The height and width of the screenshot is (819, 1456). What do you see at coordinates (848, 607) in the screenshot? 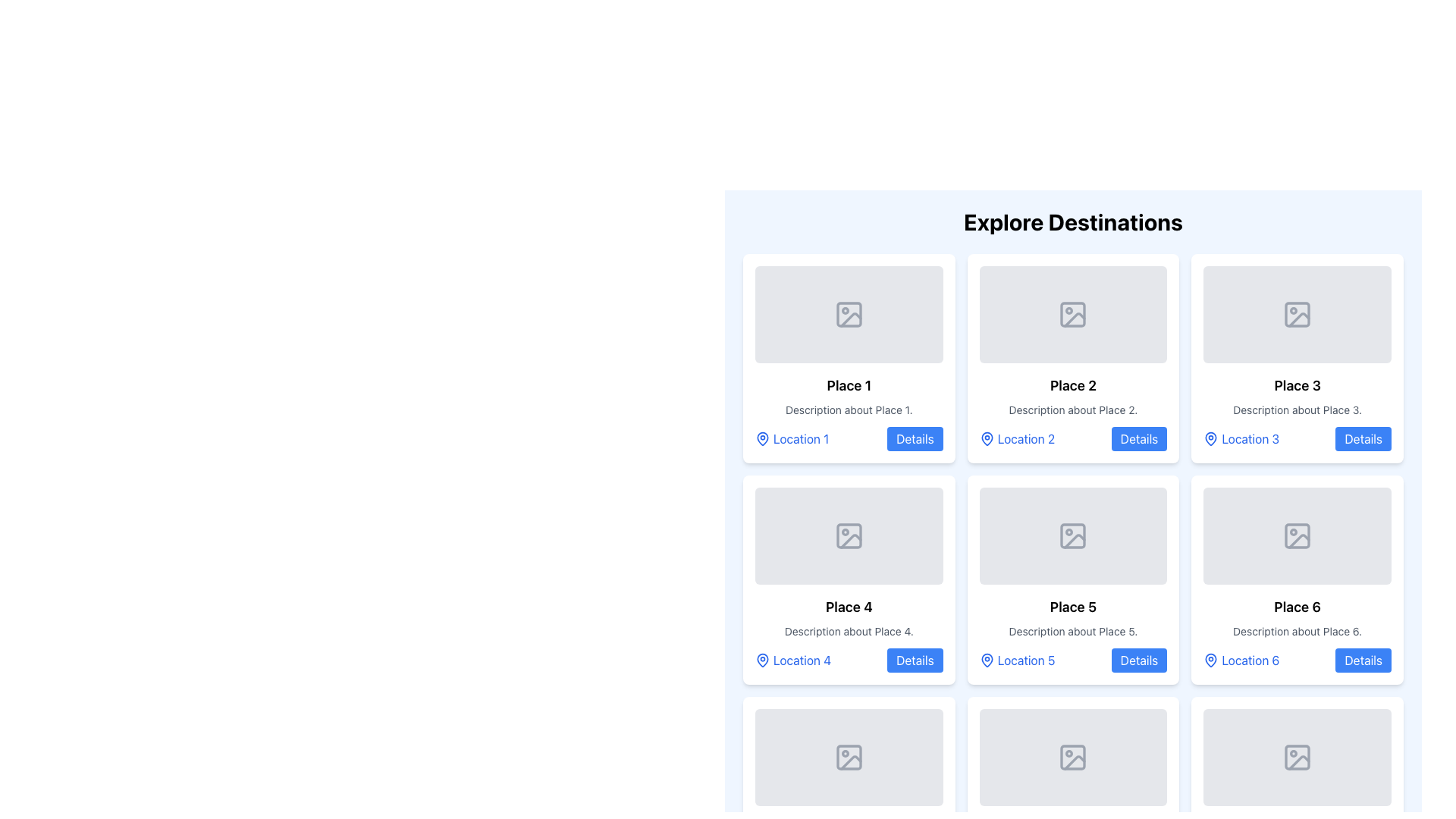
I see `the text label that identifies 'Place 4', which is the main title within its card, for potential tooltip display` at bounding box center [848, 607].